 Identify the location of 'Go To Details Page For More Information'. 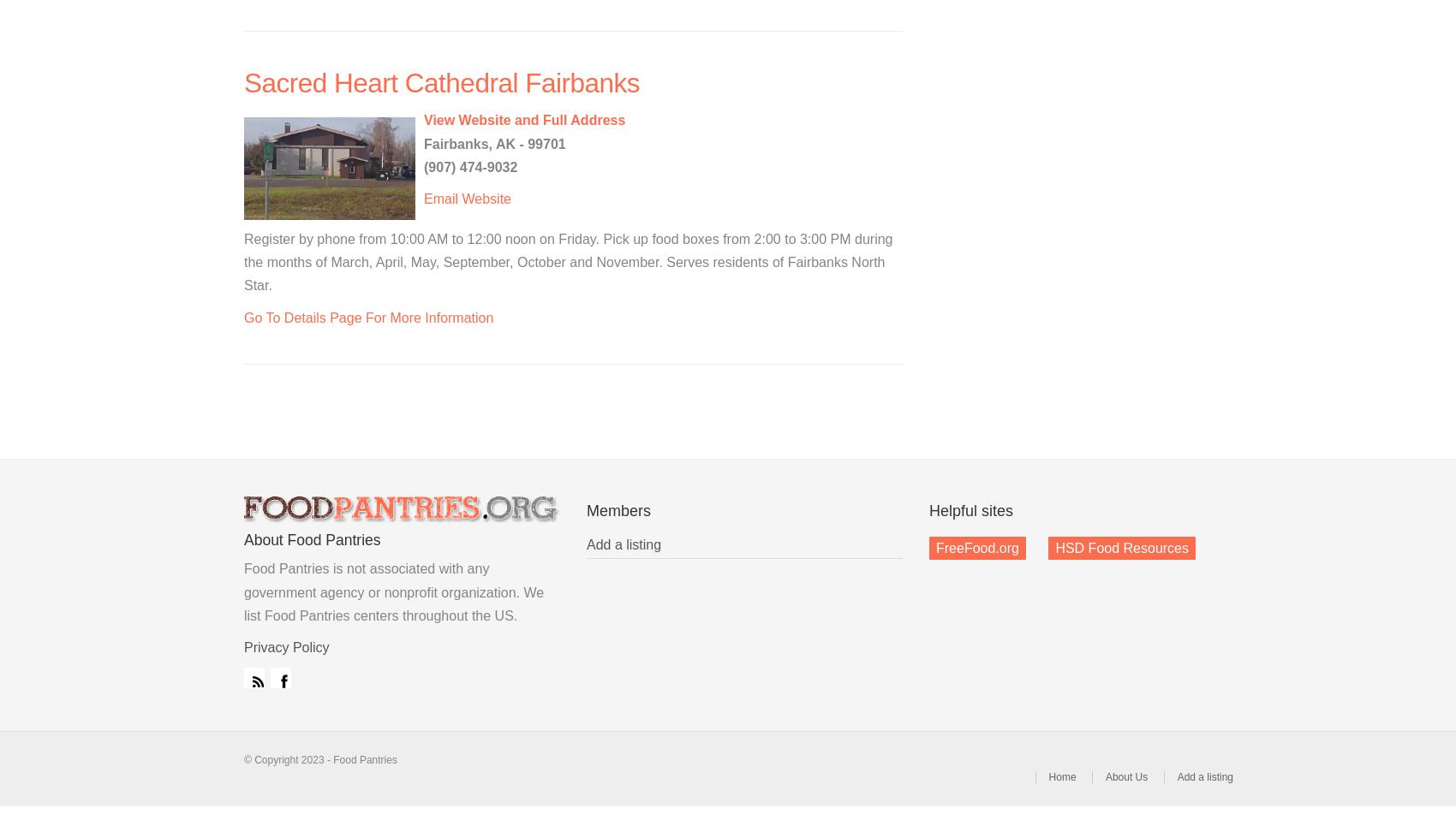
(368, 317).